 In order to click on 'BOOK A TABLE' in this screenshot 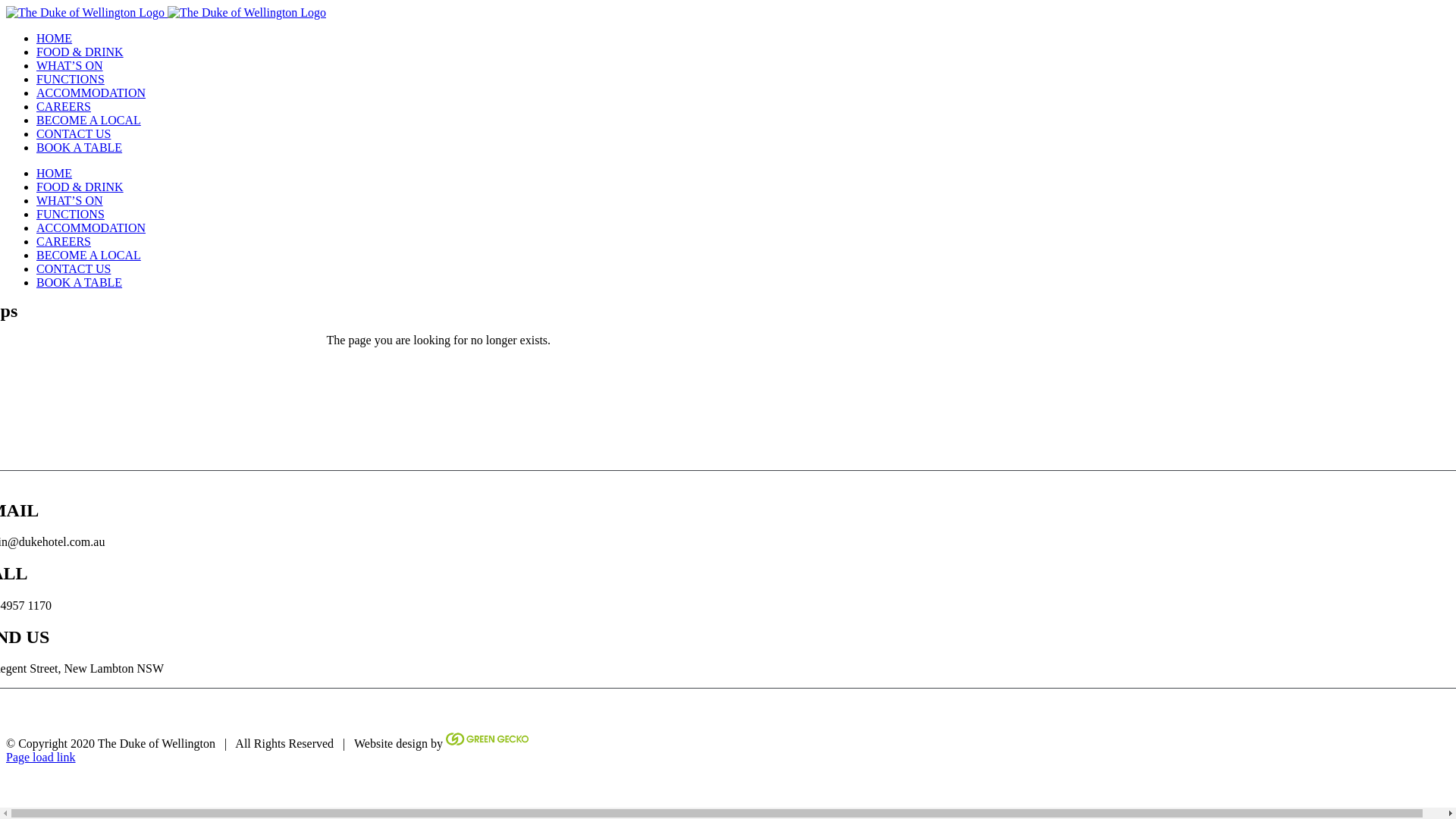, I will do `click(78, 282)`.